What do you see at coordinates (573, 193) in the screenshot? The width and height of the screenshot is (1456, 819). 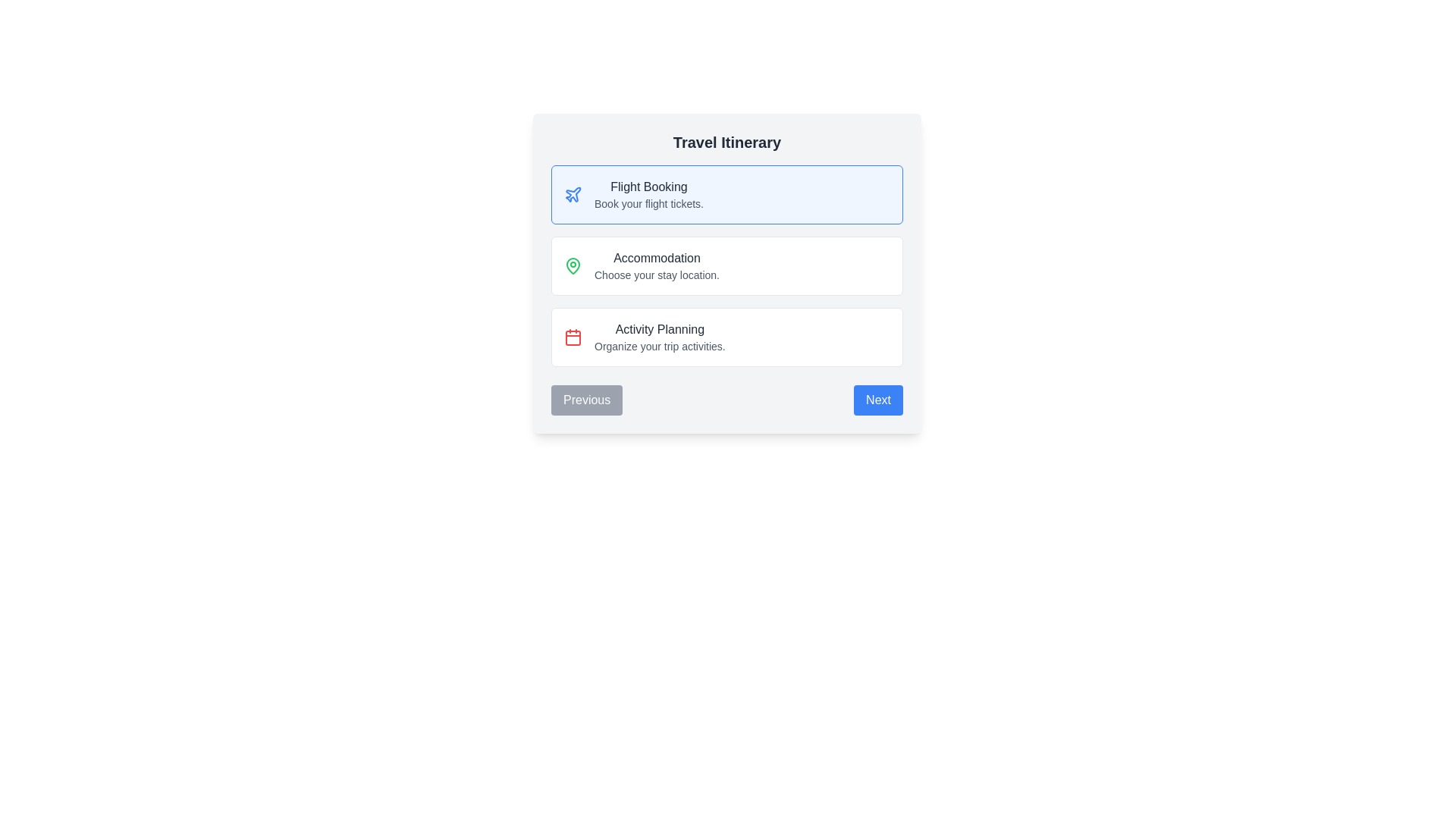 I see `the blue stroke airplane icon located in the top left corner of the 'Flight Booking' section` at bounding box center [573, 193].